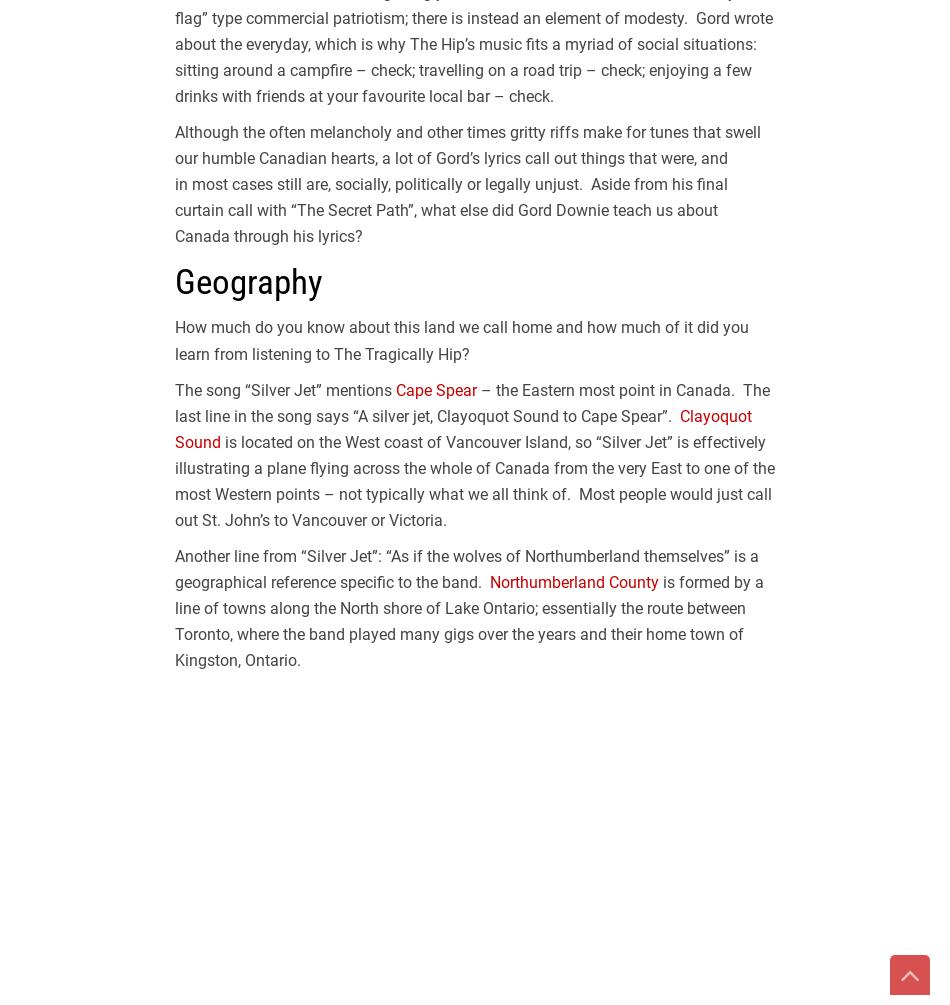  What do you see at coordinates (471, 402) in the screenshot?
I see `'– the Eastern most point in Canada.  The last line in the song says “A silver jet, Clayoquot Sound to Cape Spear”.'` at bounding box center [471, 402].